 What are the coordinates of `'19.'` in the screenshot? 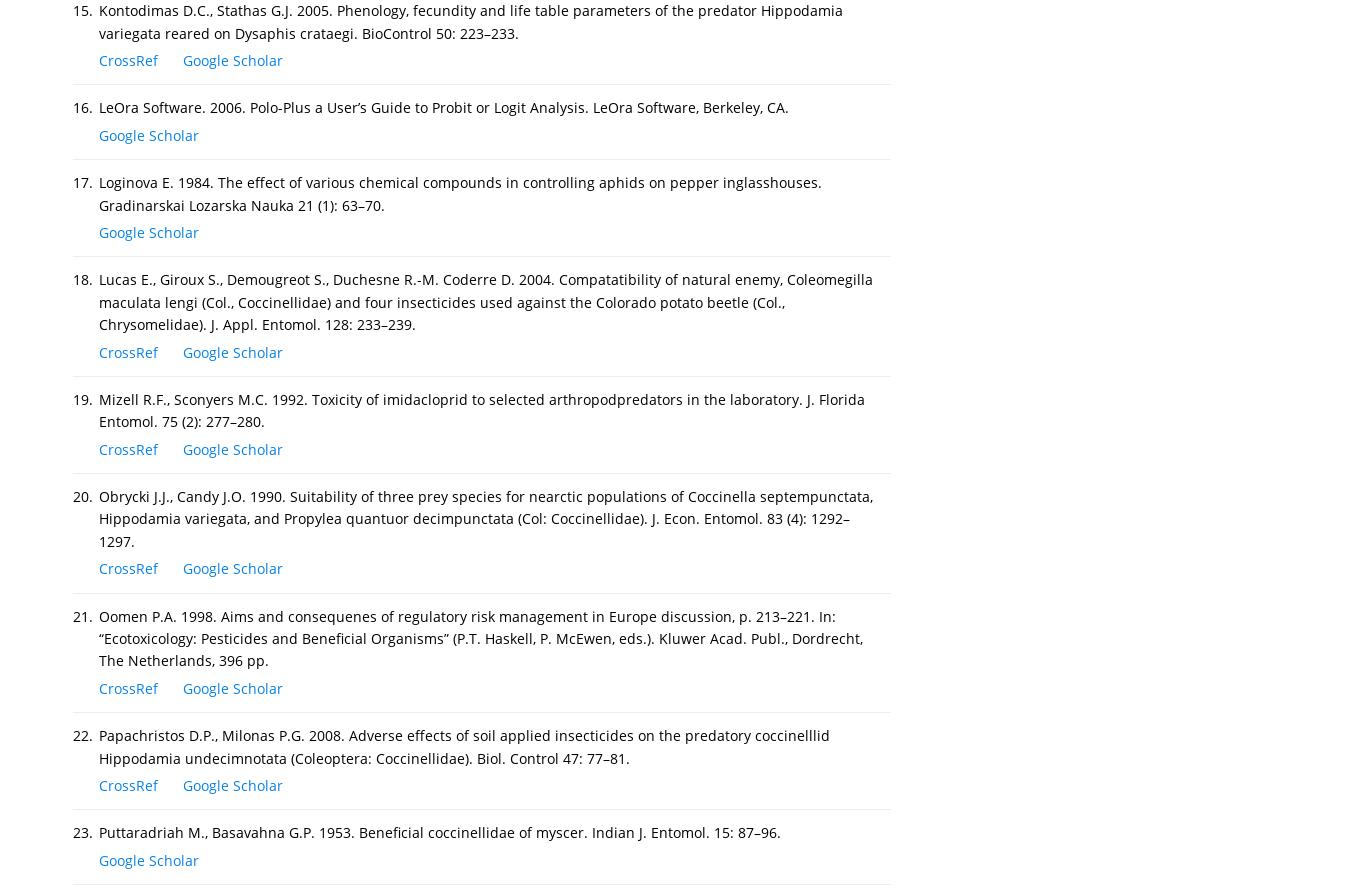 It's located at (72, 397).